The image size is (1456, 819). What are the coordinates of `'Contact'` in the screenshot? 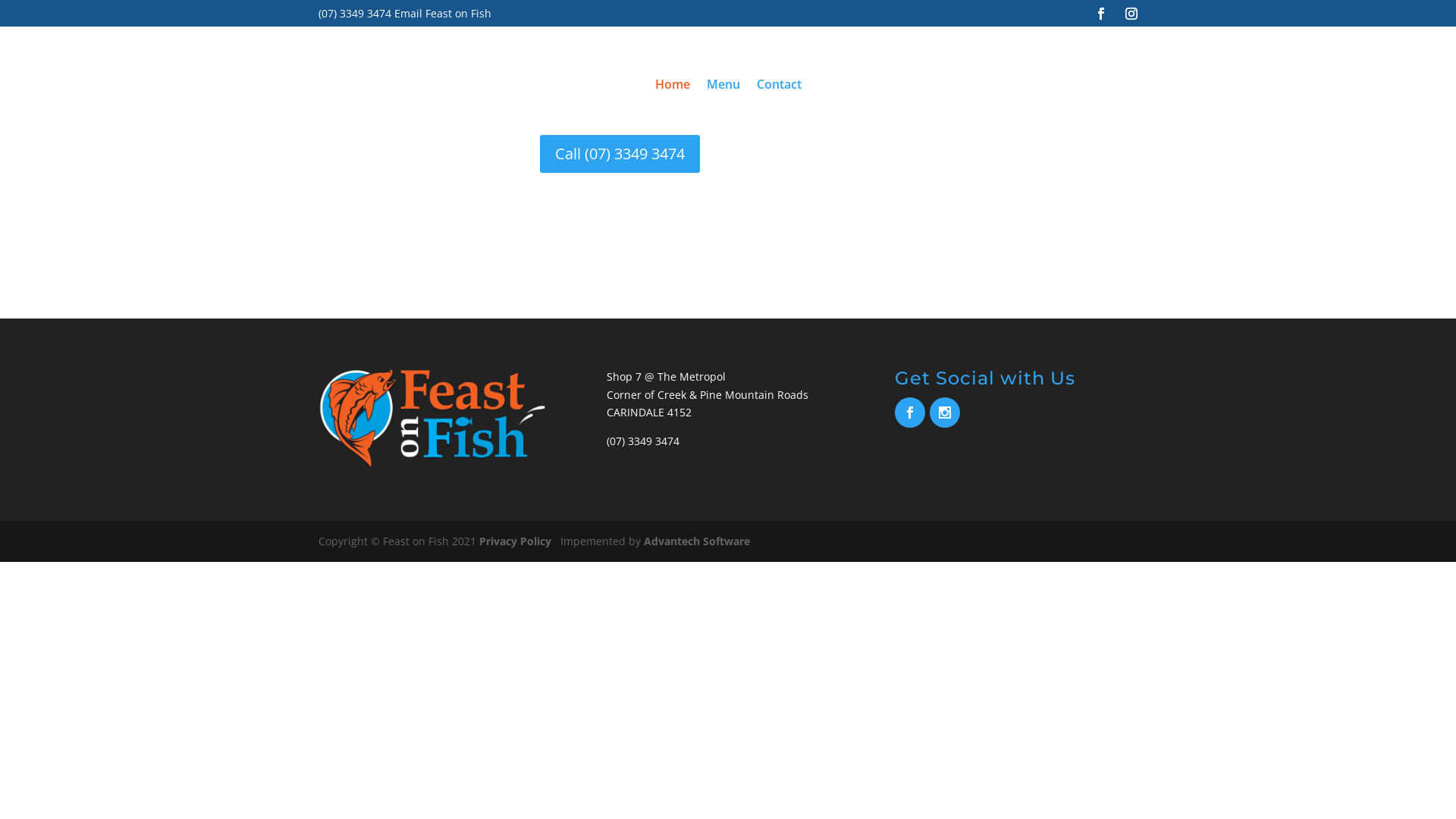 It's located at (779, 84).